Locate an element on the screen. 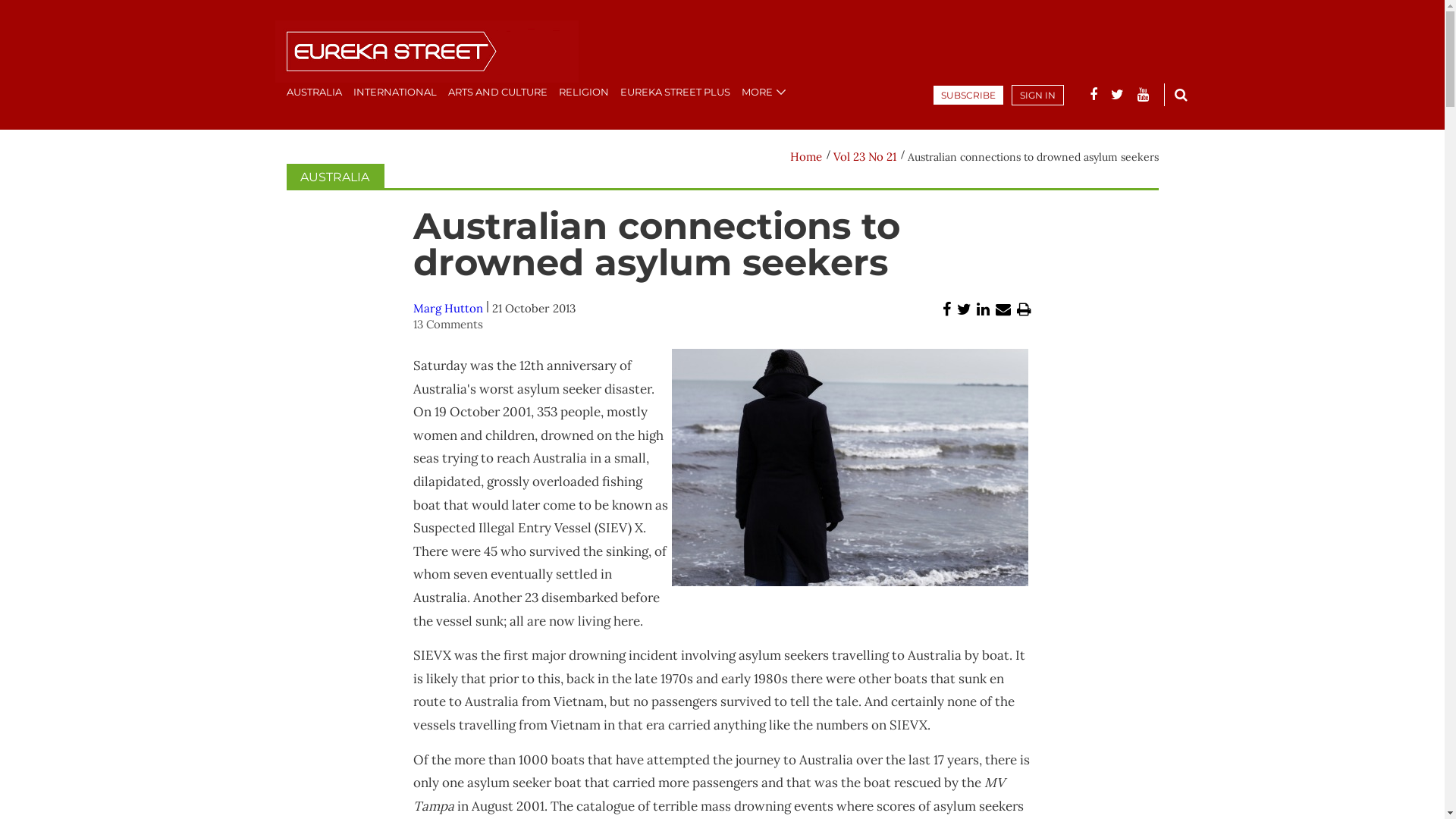 This screenshot has width=1456, height=819. 'Vol 23 No 21' is located at coordinates (864, 156).